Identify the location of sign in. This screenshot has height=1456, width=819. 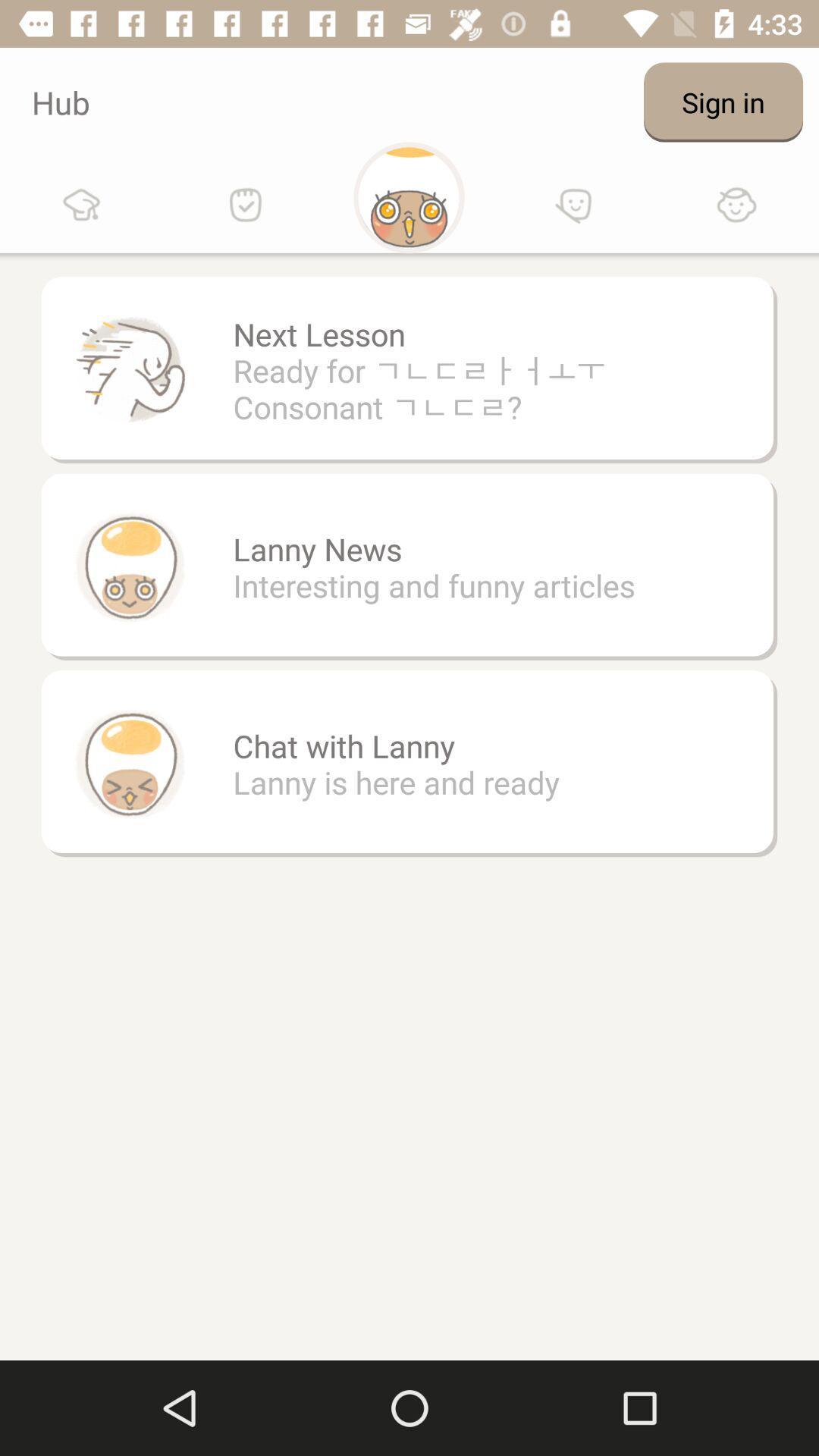
(722, 102).